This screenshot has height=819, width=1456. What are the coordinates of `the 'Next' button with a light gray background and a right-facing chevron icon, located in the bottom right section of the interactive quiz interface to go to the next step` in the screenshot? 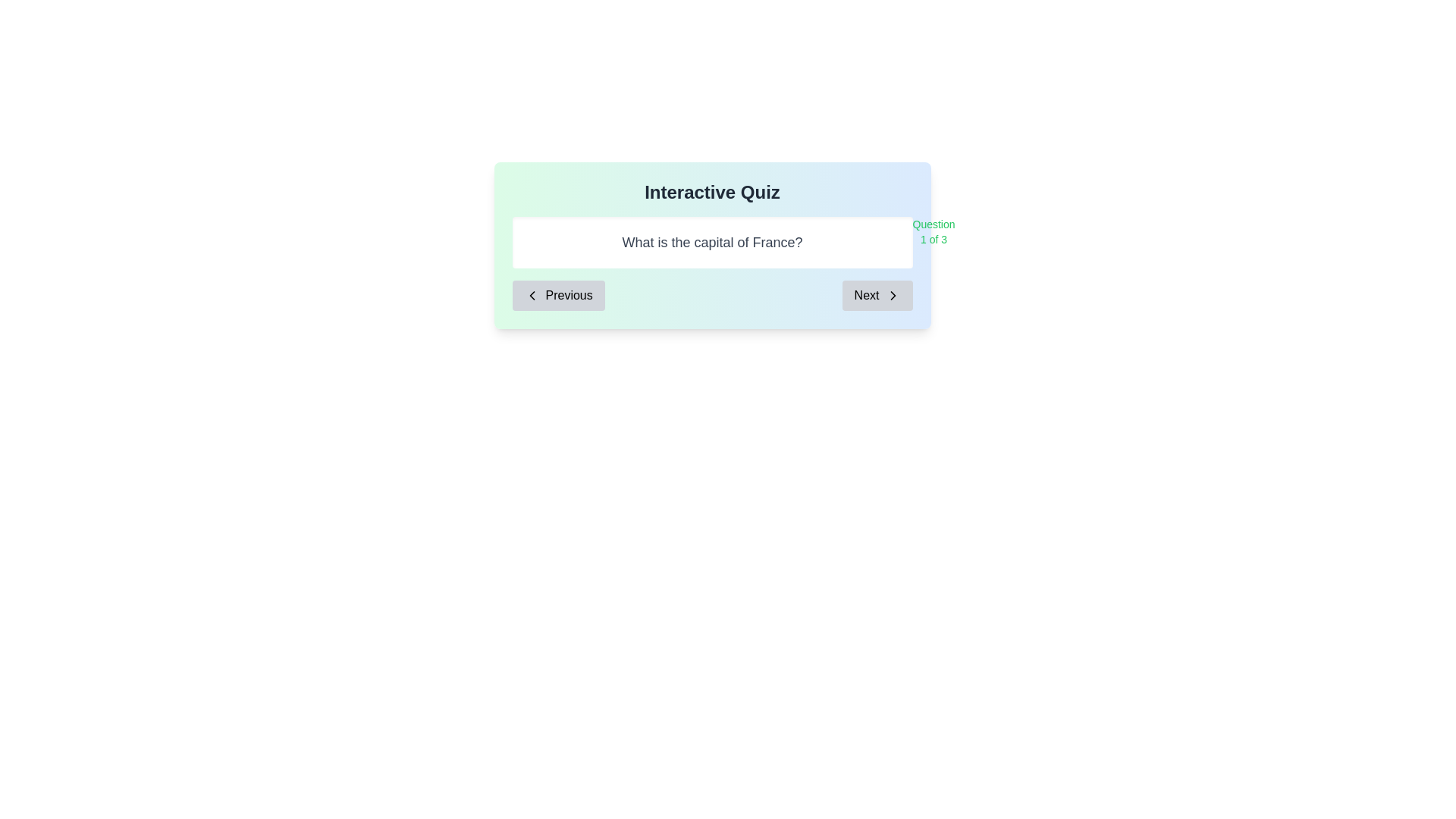 It's located at (877, 295).